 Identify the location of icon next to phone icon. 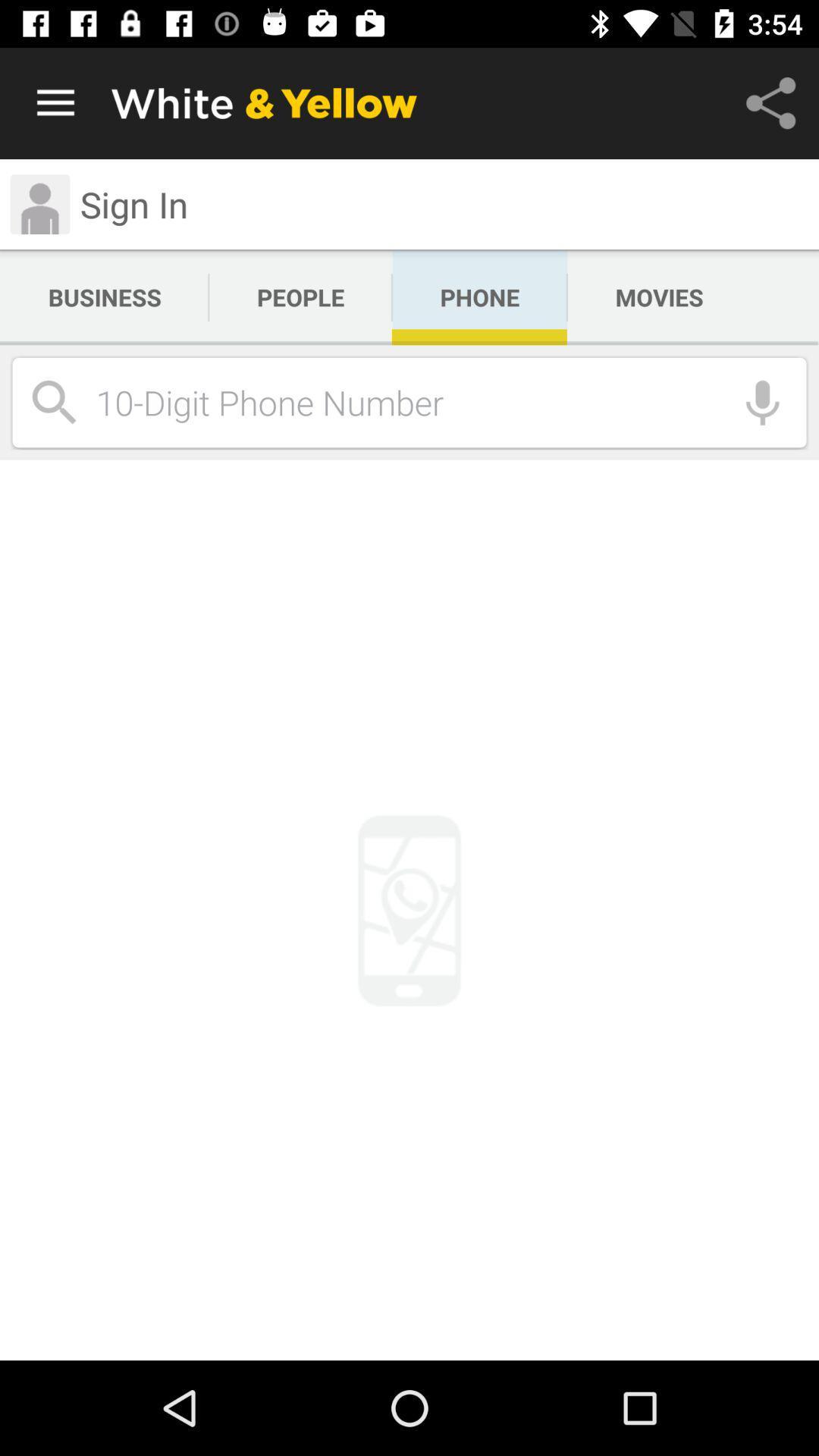
(300, 297).